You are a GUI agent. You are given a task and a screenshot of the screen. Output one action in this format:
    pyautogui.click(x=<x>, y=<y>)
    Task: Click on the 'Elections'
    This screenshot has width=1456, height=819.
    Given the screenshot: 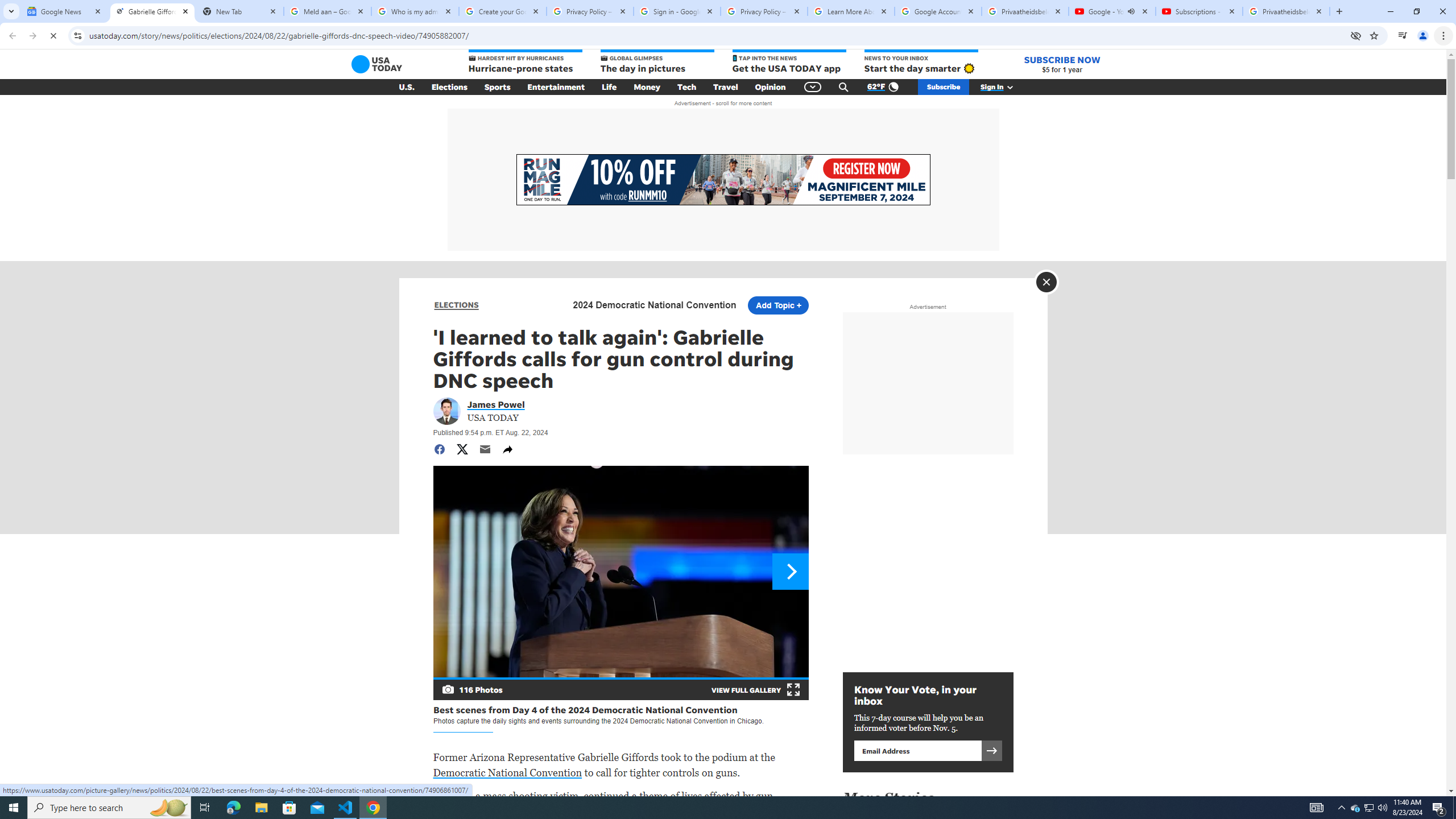 What is the action you would take?
    pyautogui.click(x=448, y=87)
    